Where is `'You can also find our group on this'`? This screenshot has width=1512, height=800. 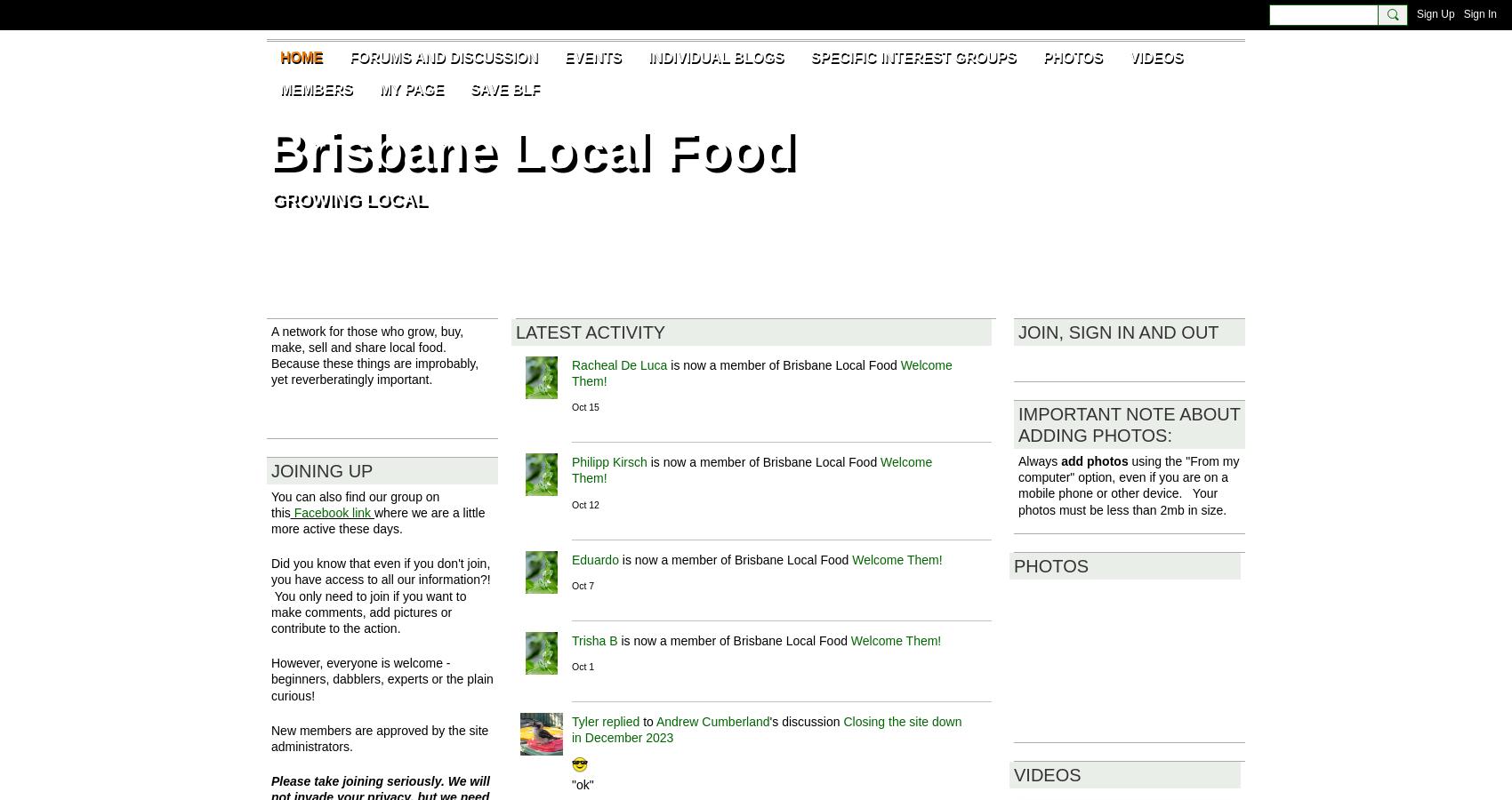
'You can also find our group on this' is located at coordinates (270, 504).